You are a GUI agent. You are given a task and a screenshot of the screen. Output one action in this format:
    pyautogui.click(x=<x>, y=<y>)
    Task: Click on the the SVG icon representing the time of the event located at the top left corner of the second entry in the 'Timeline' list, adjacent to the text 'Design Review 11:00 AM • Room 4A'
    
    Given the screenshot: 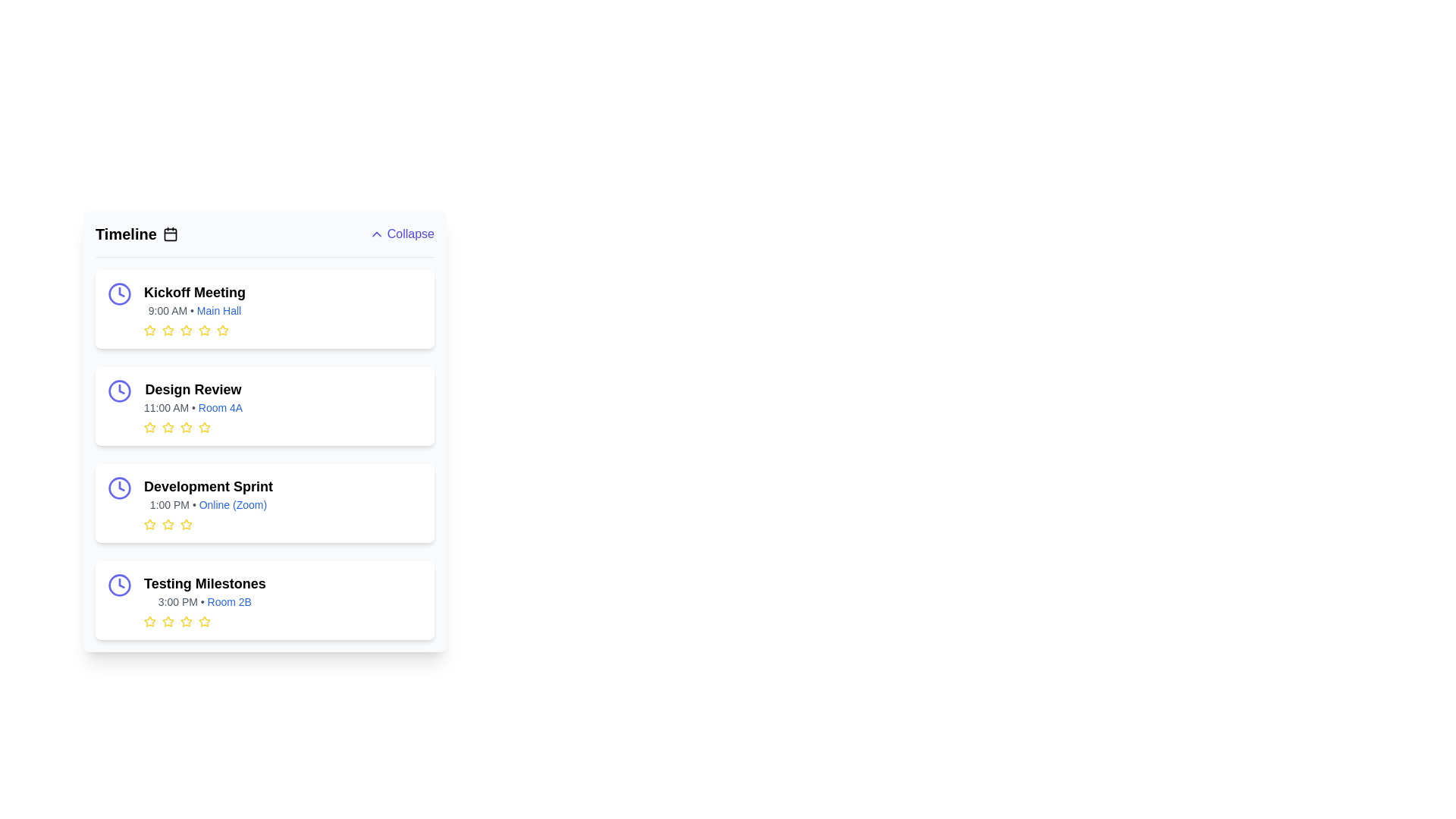 What is the action you would take?
    pyautogui.click(x=119, y=391)
    